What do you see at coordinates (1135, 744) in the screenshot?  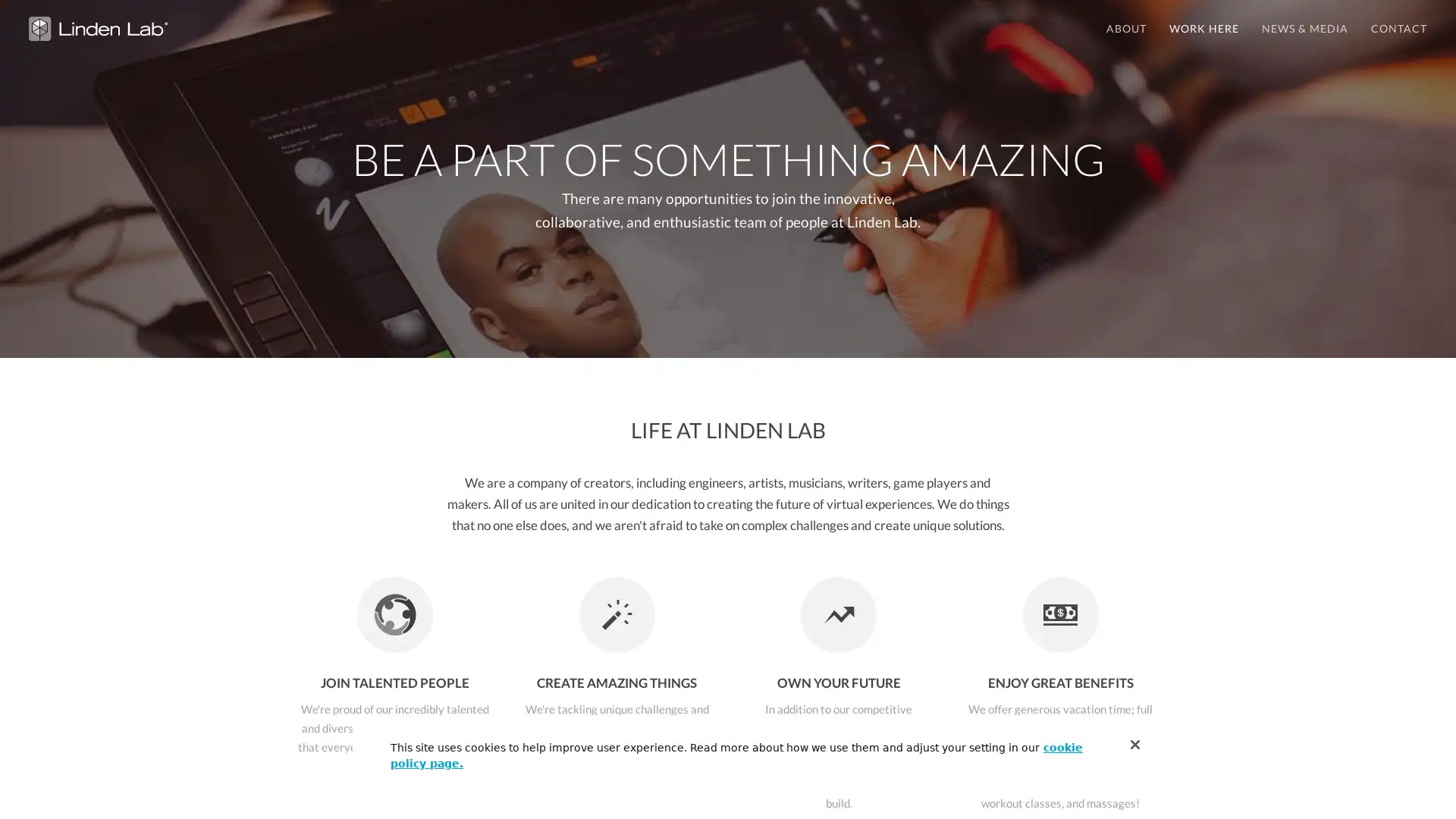 I see `Close` at bounding box center [1135, 744].